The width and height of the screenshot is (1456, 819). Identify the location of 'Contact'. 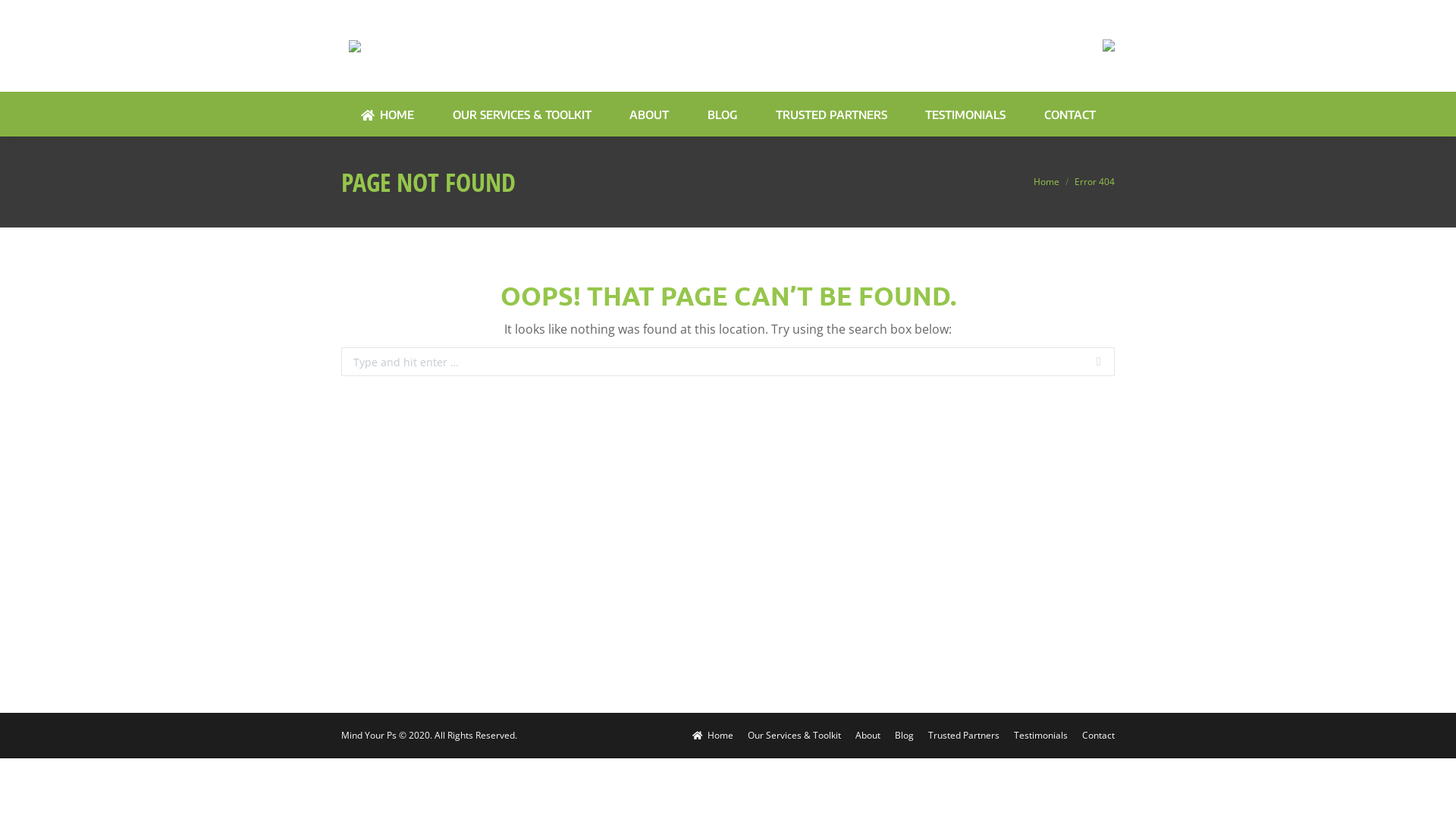
(1098, 734).